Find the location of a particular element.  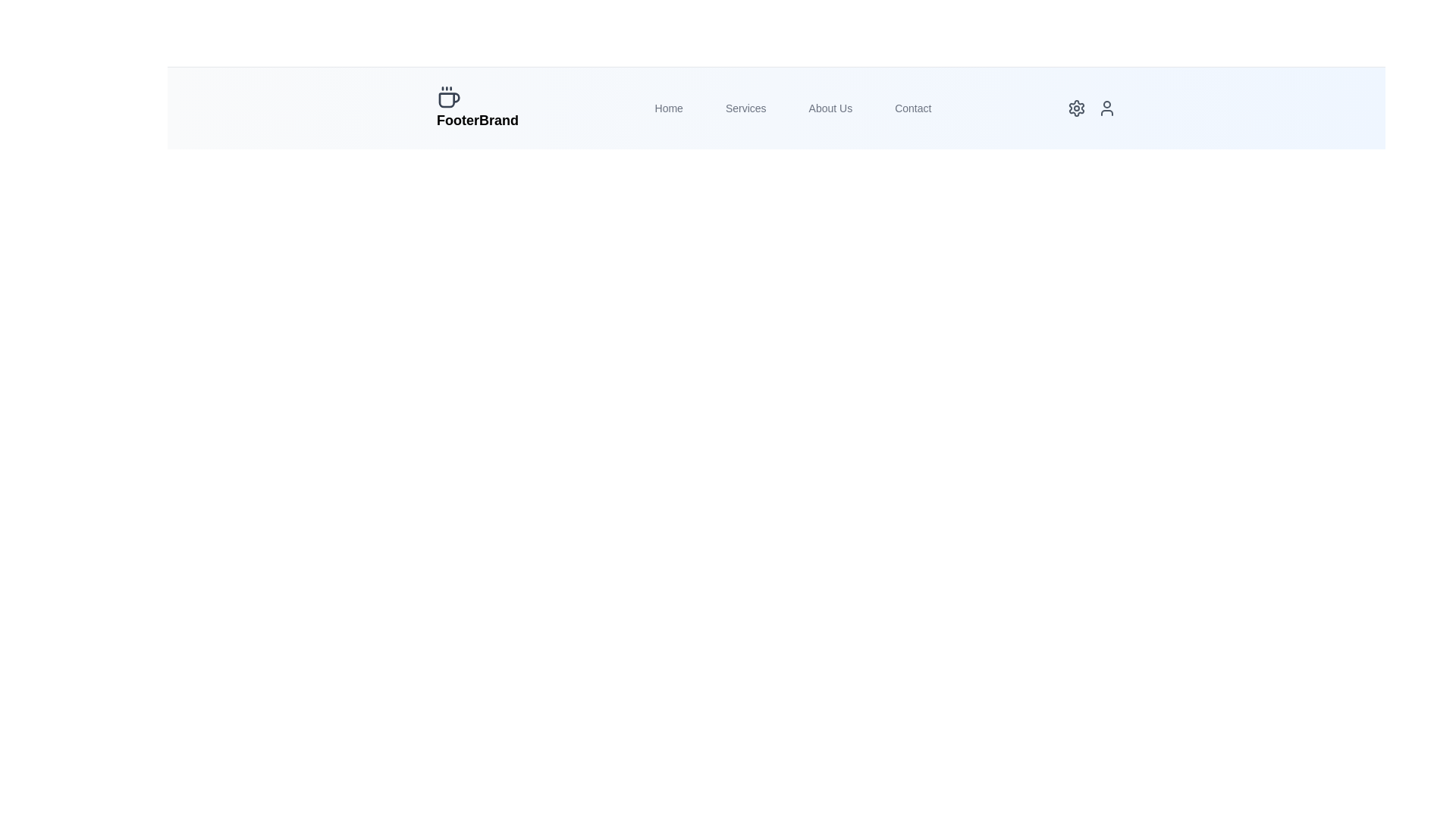

the coffee cup icon with steam, which is located above the 'FooterBrand' text and to the left of the navigation menu in the header section is located at coordinates (447, 97).